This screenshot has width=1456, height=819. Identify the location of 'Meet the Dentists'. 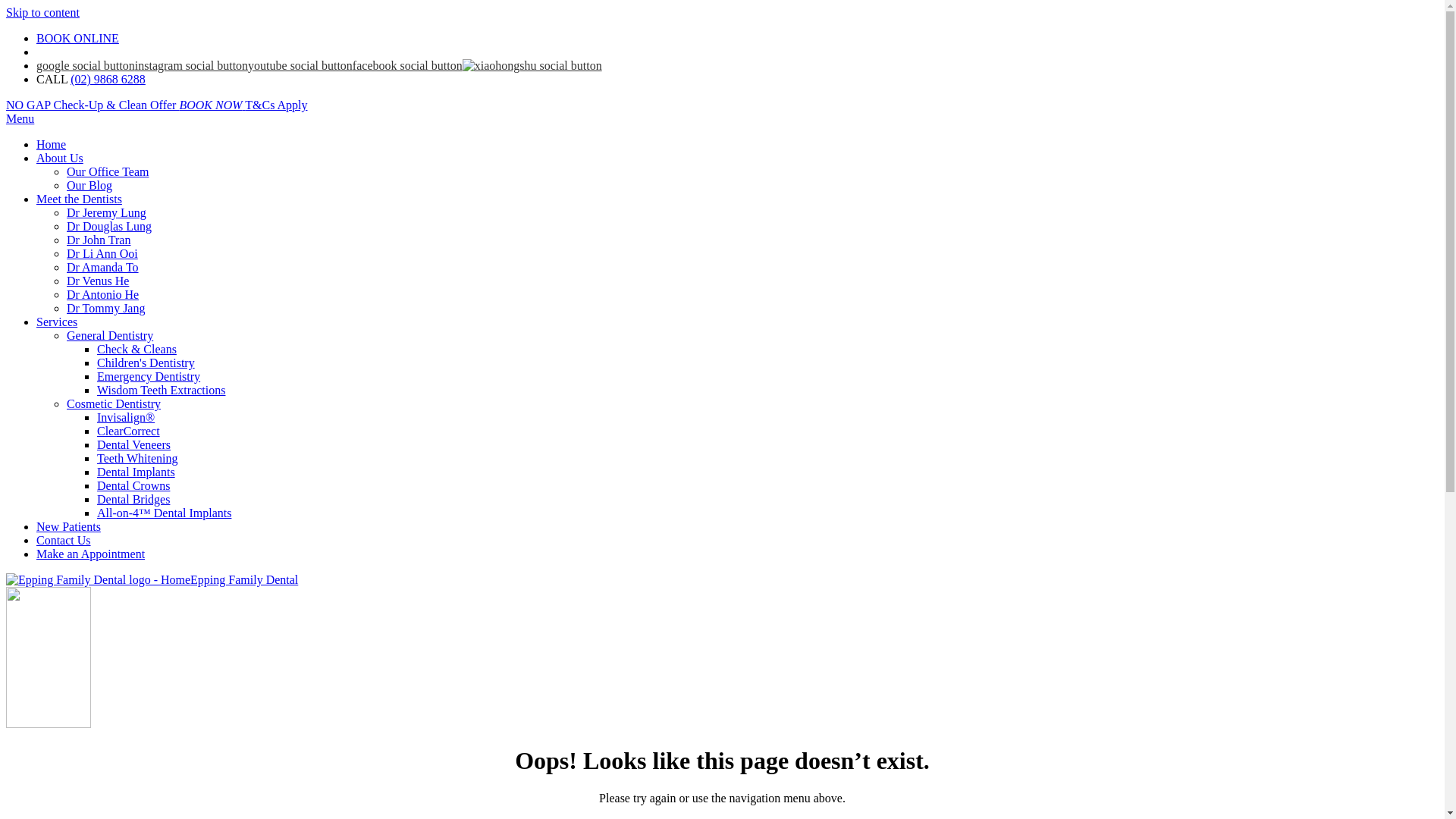
(78, 198).